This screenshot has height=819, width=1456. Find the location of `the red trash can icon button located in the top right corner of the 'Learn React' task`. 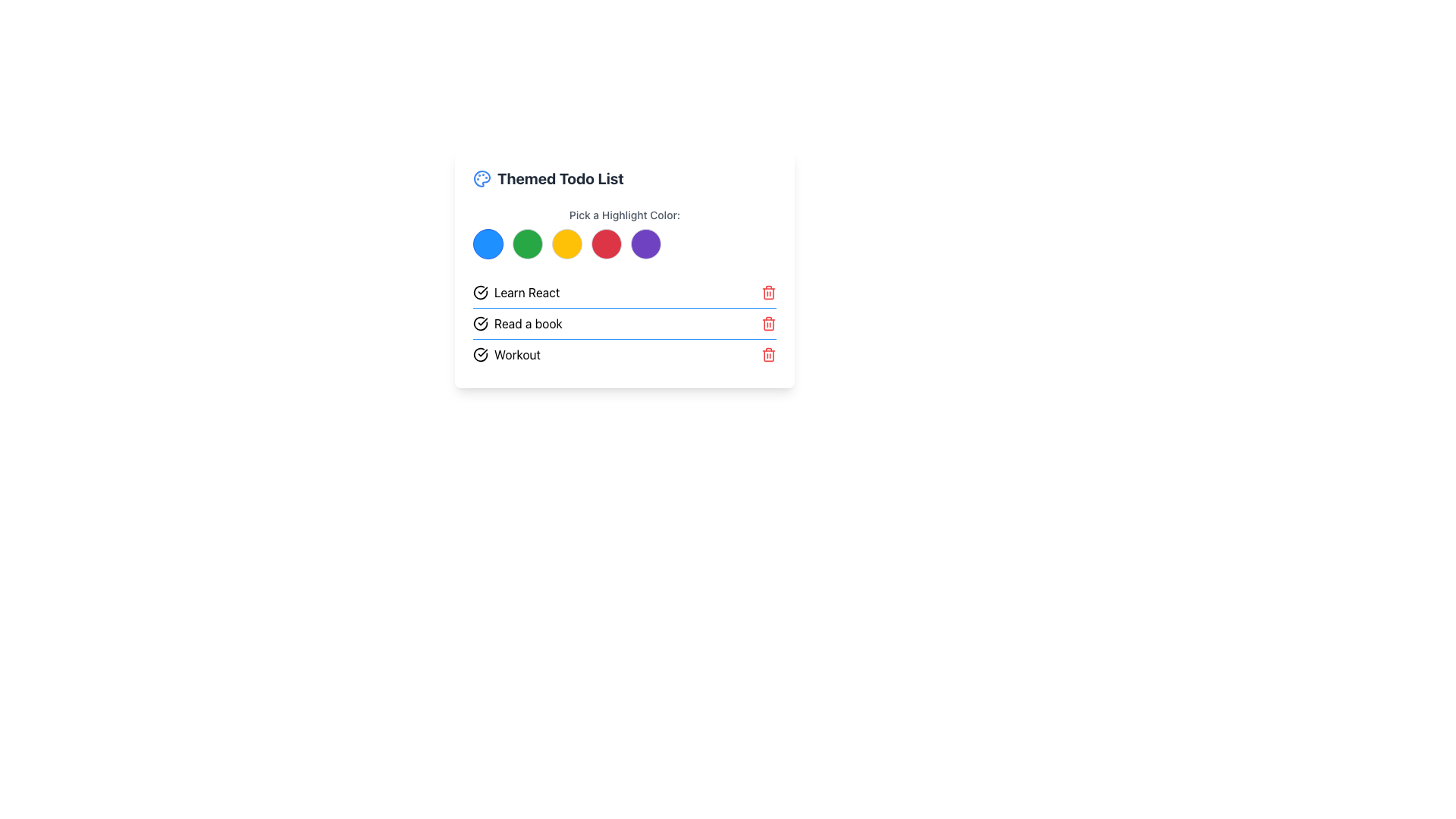

the red trash can icon button located in the top right corner of the 'Learn React' task is located at coordinates (768, 292).